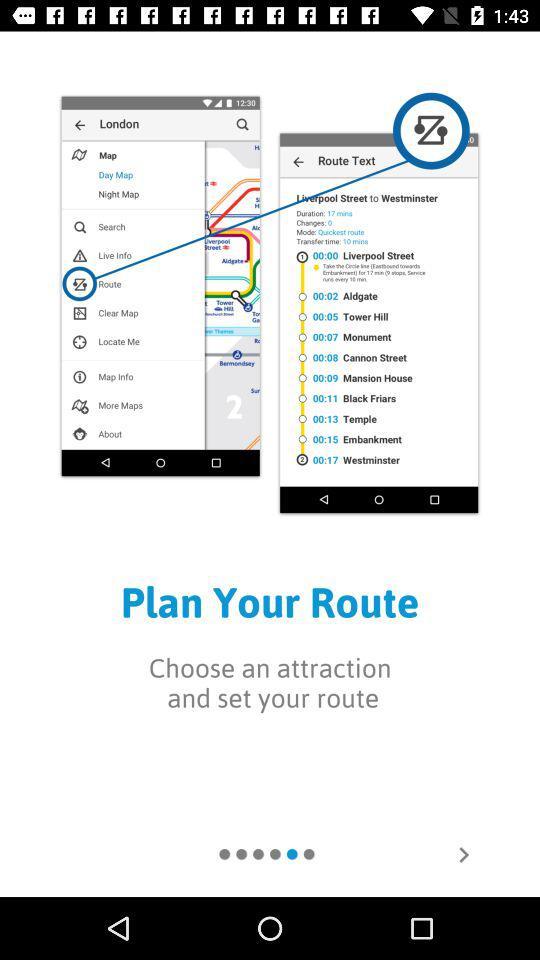  What do you see at coordinates (463, 853) in the screenshot?
I see `icon at the bottom right corner` at bounding box center [463, 853].